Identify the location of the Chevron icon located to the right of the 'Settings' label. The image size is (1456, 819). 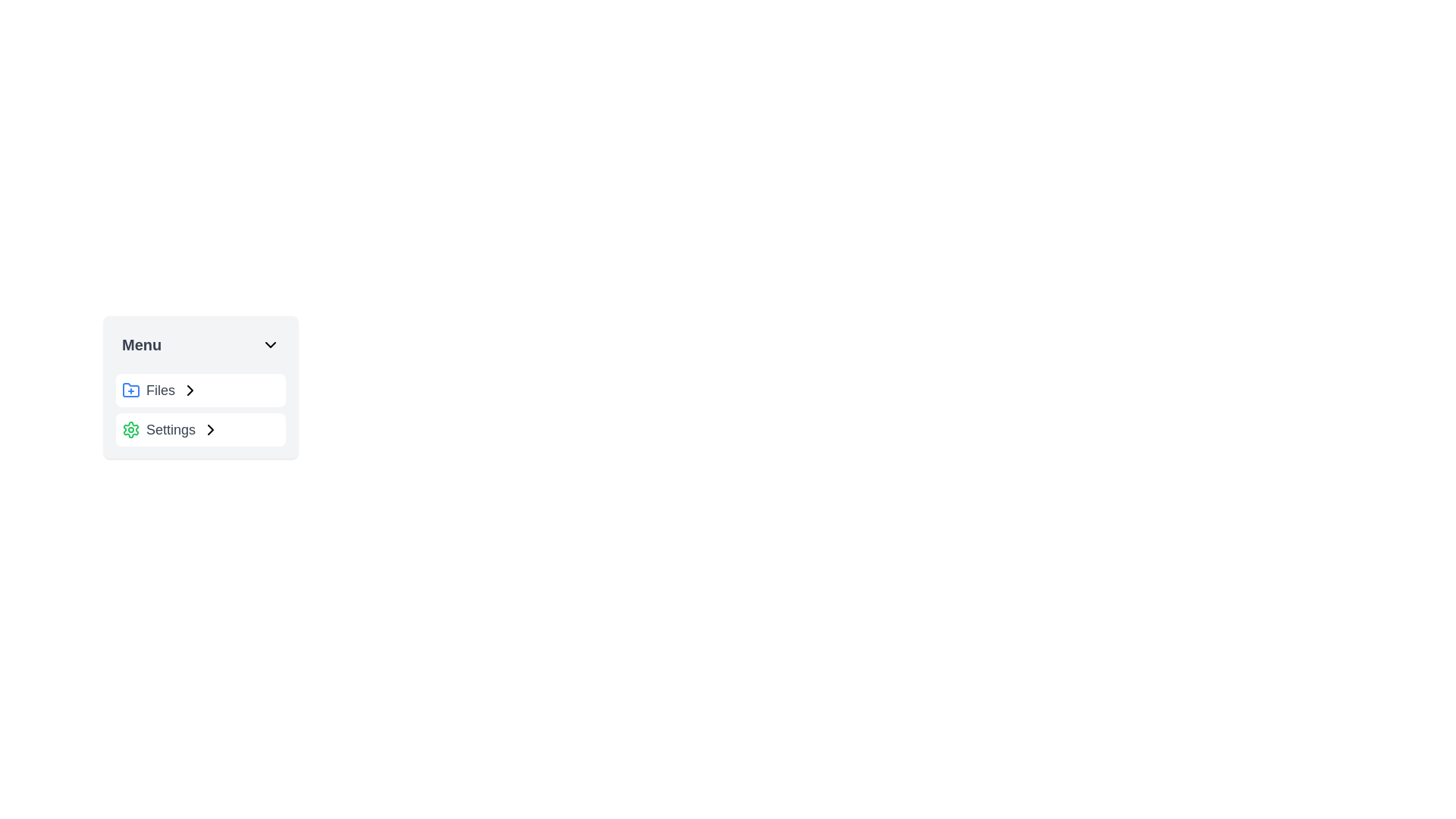
(210, 430).